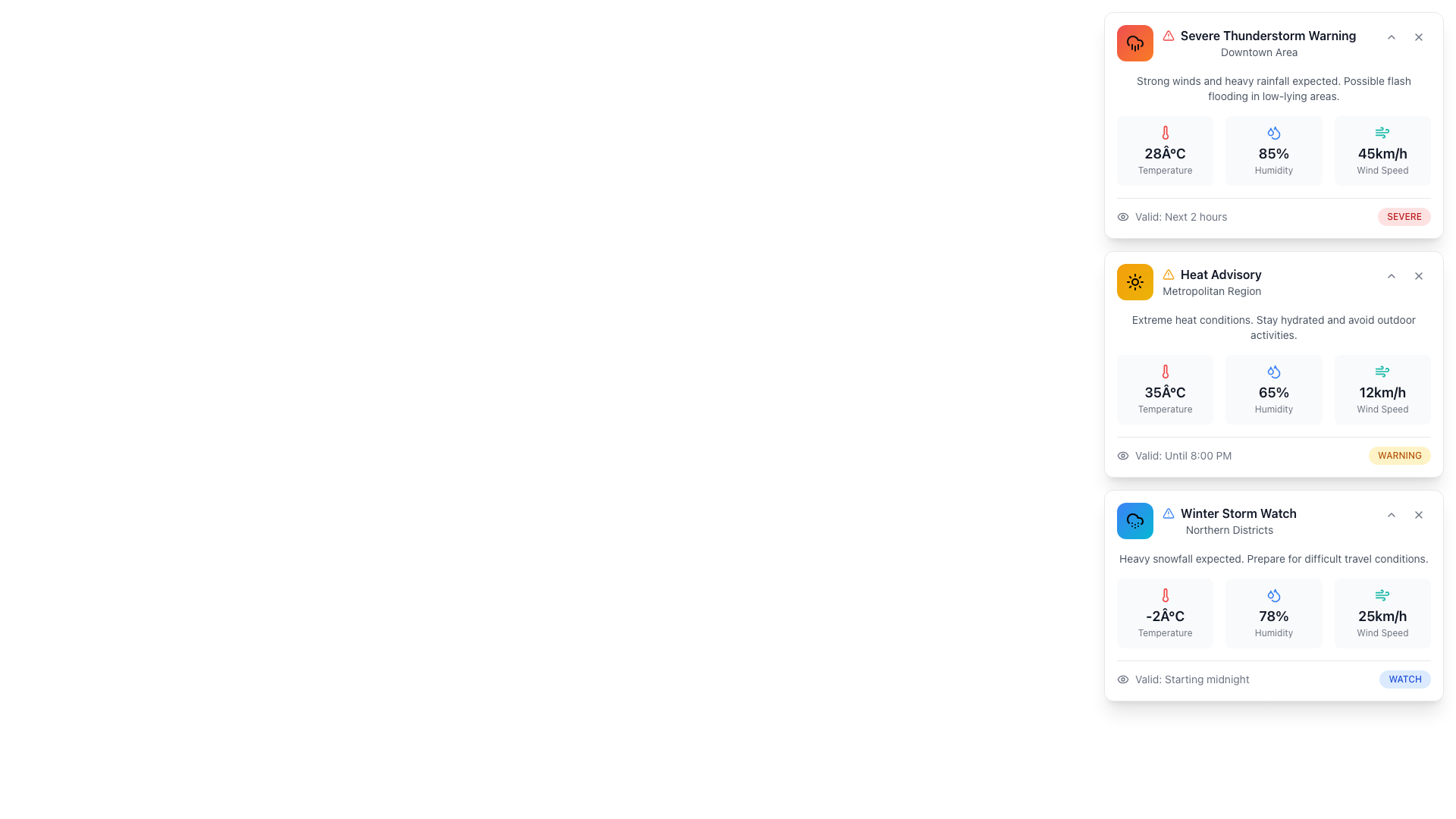  Describe the element at coordinates (1404, 513) in the screenshot. I see `the interactive icons (minimize and close buttons) in the top-right corner of the 'Winter Storm Watch' card` at that location.